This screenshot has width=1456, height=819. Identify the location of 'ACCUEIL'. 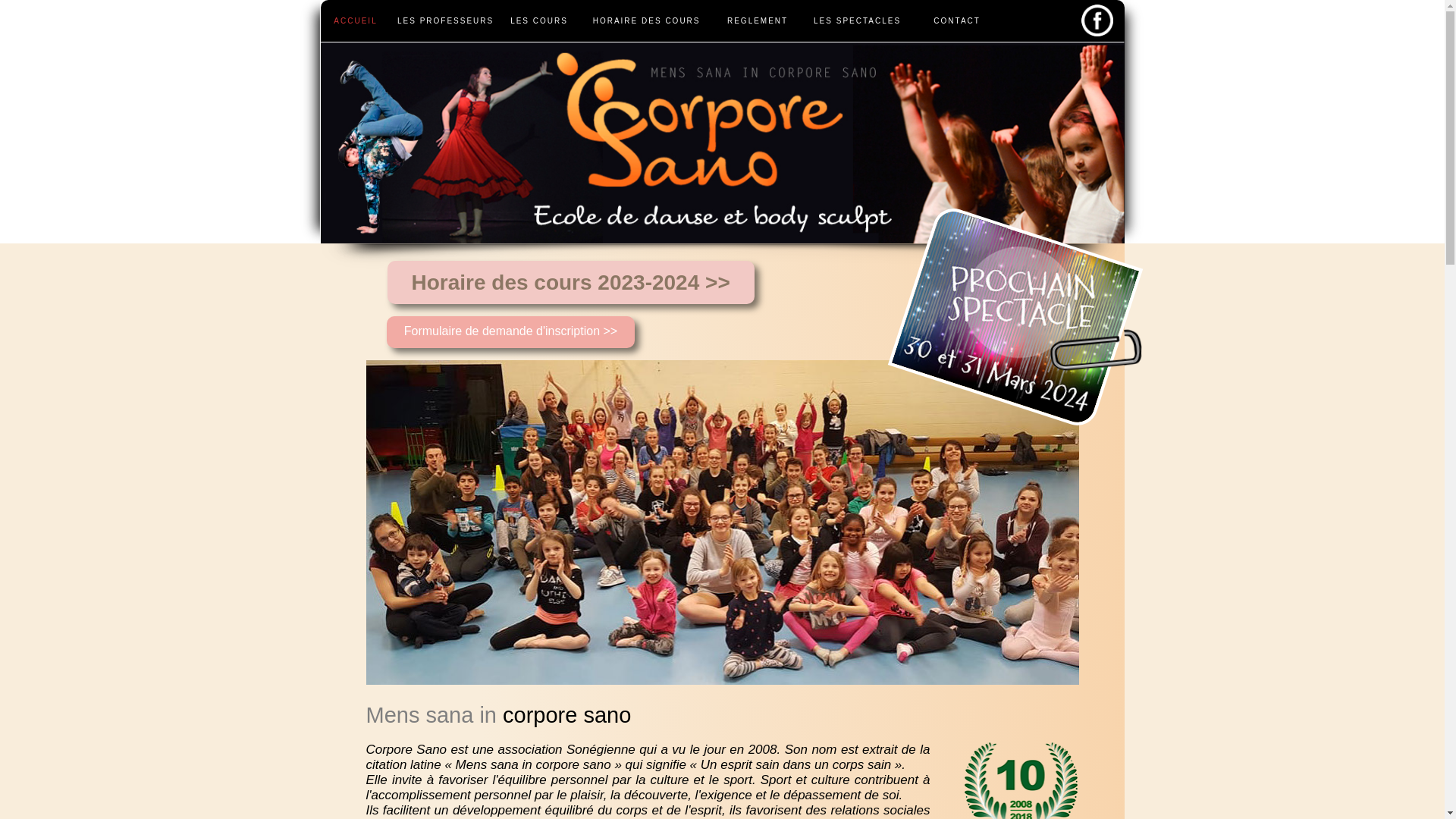
(354, 20).